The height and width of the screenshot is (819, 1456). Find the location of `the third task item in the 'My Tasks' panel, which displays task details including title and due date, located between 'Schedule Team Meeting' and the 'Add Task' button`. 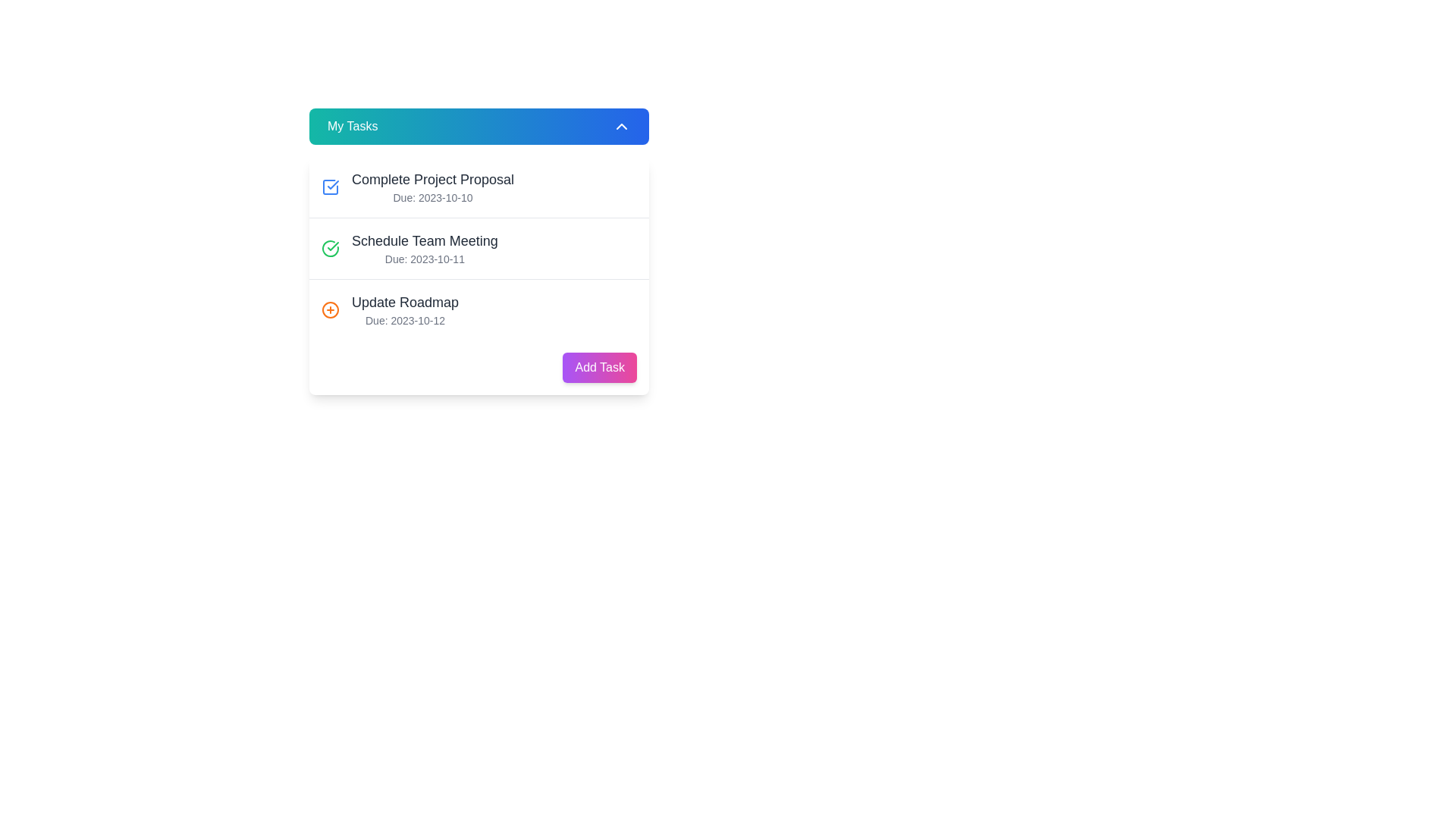

the third task item in the 'My Tasks' panel, which displays task details including title and due date, located between 'Schedule Team Meeting' and the 'Add Task' button is located at coordinates (479, 309).